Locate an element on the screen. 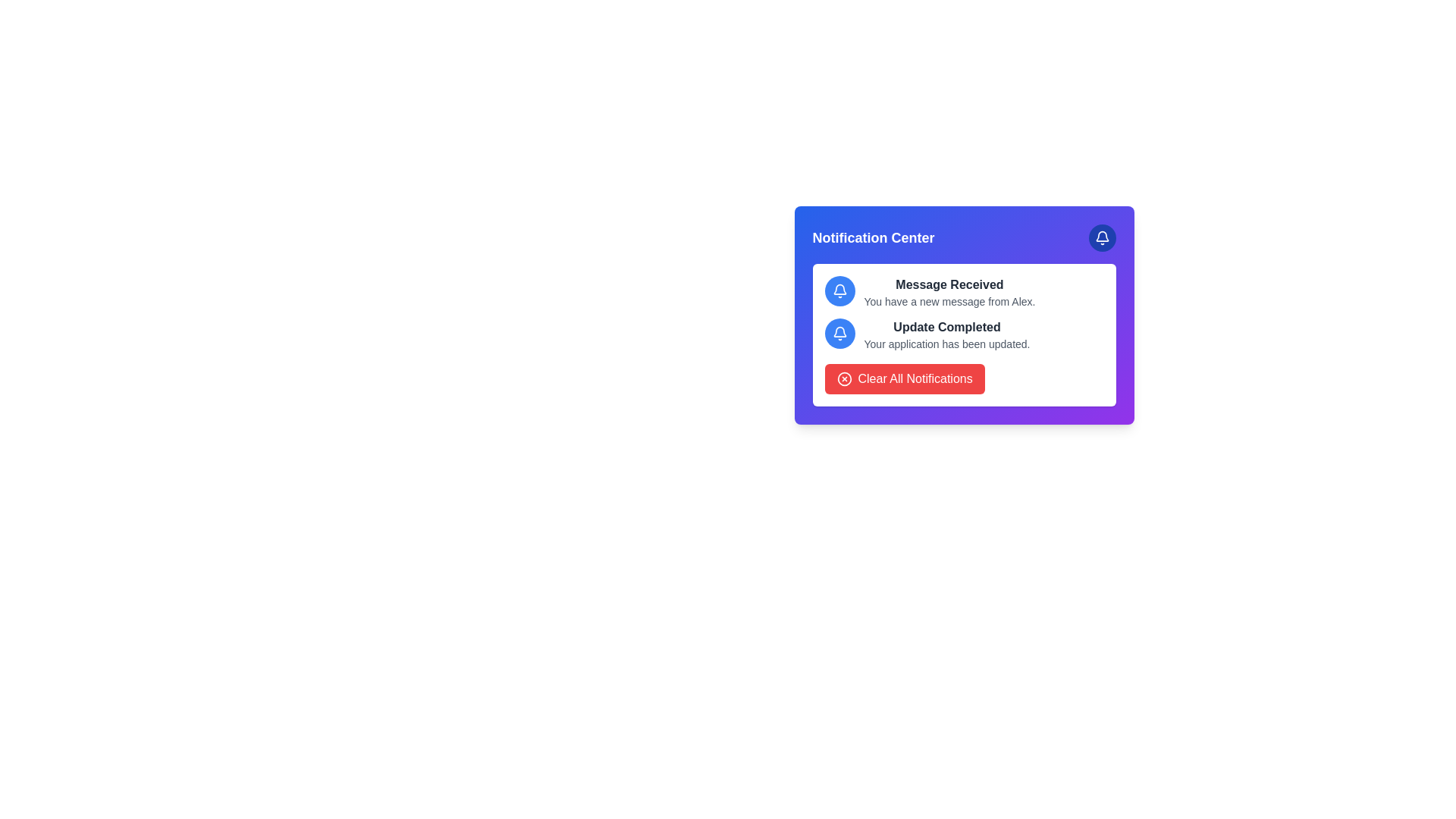 This screenshot has height=819, width=1456. the red button labeled 'Clear All Notifications' located at the bottom-right corner of the notification panel to clear all notifications is located at coordinates (915, 378).